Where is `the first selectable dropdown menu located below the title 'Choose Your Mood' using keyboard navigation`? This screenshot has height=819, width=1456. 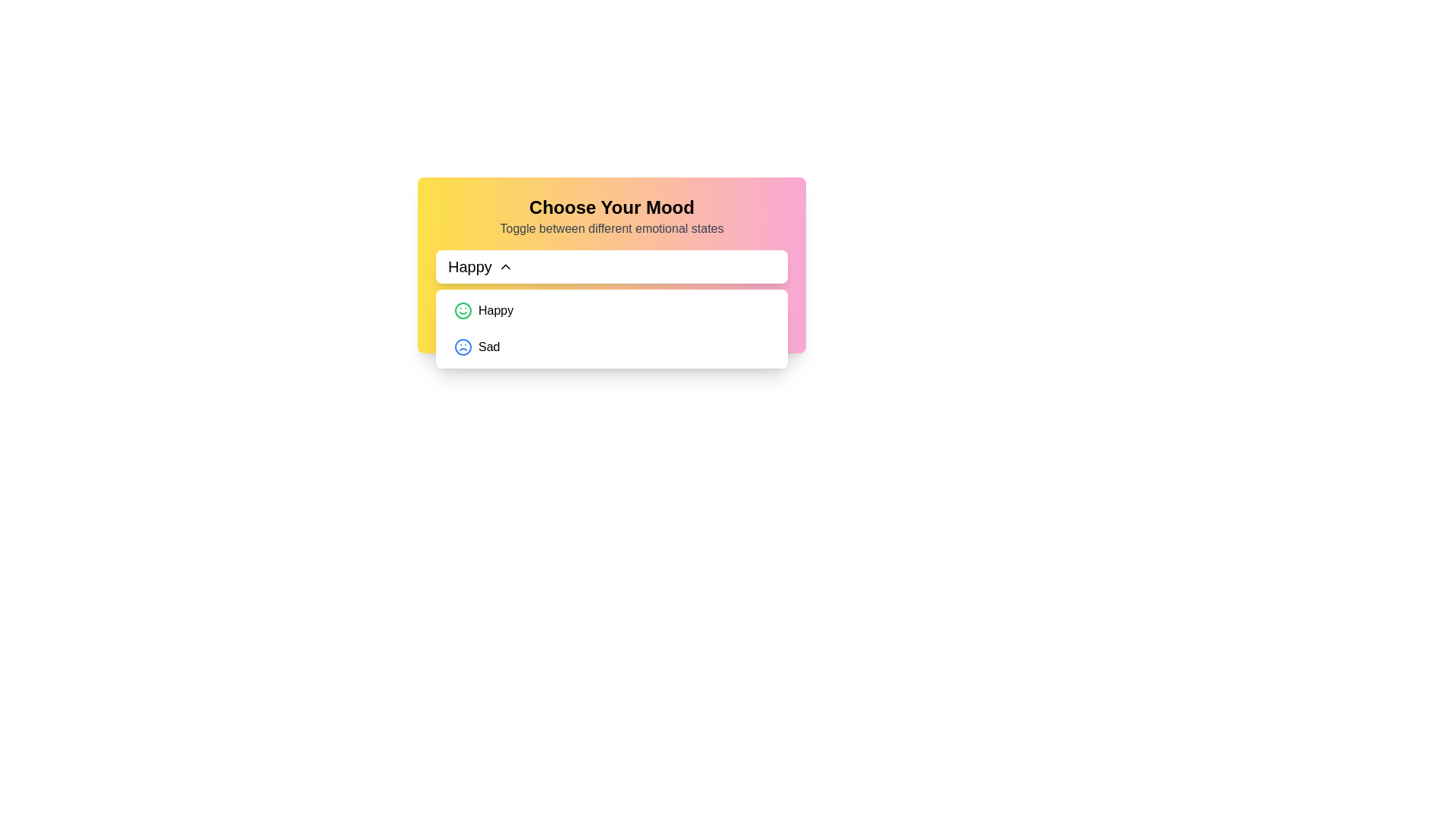 the first selectable dropdown menu located below the title 'Choose Your Mood' using keyboard navigation is located at coordinates (611, 265).